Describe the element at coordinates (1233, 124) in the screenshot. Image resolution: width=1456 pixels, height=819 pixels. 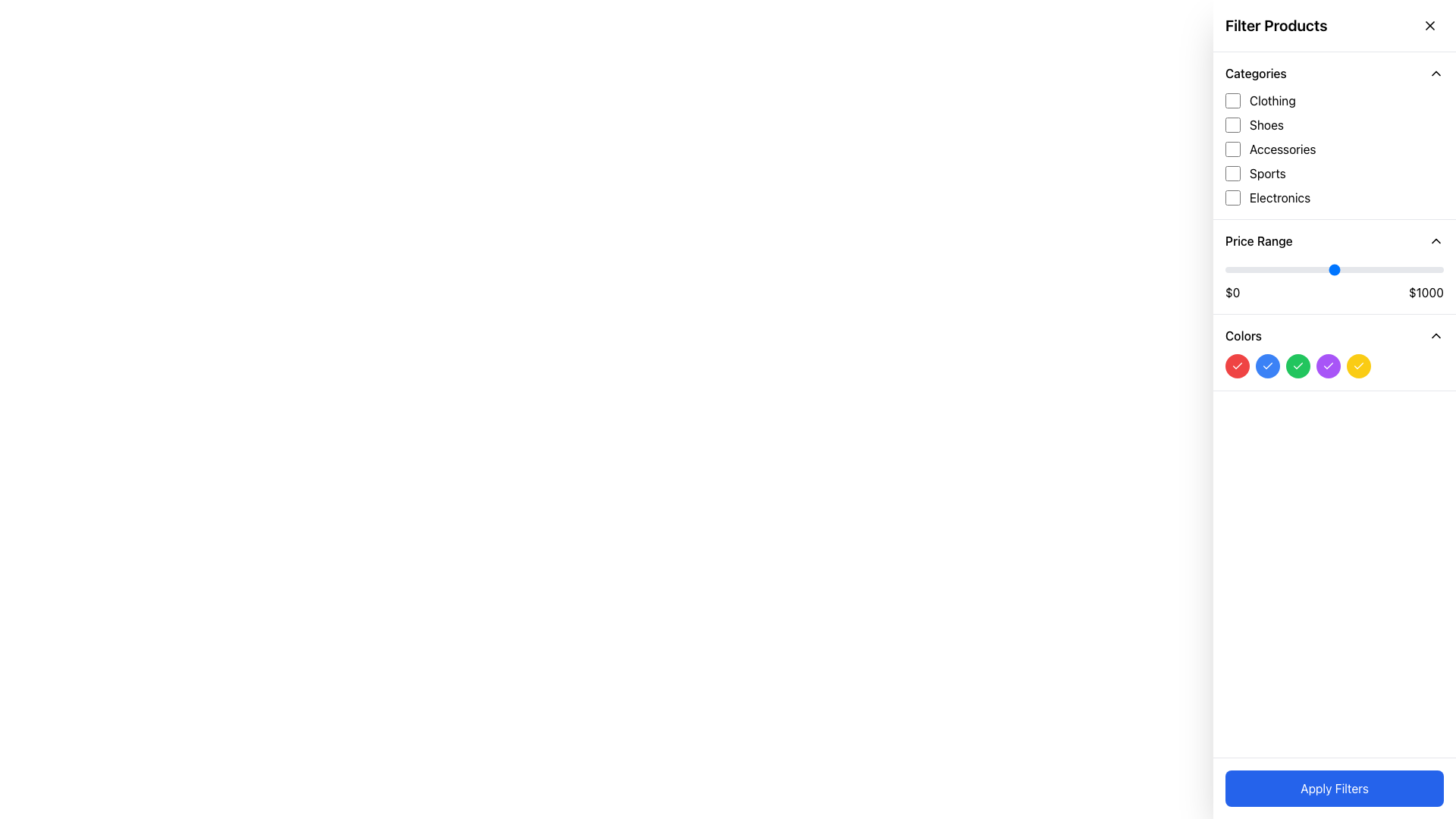
I see `the checkbox labeled 'Shoes', which is styled as a square with a blue outline and positioned` at that location.